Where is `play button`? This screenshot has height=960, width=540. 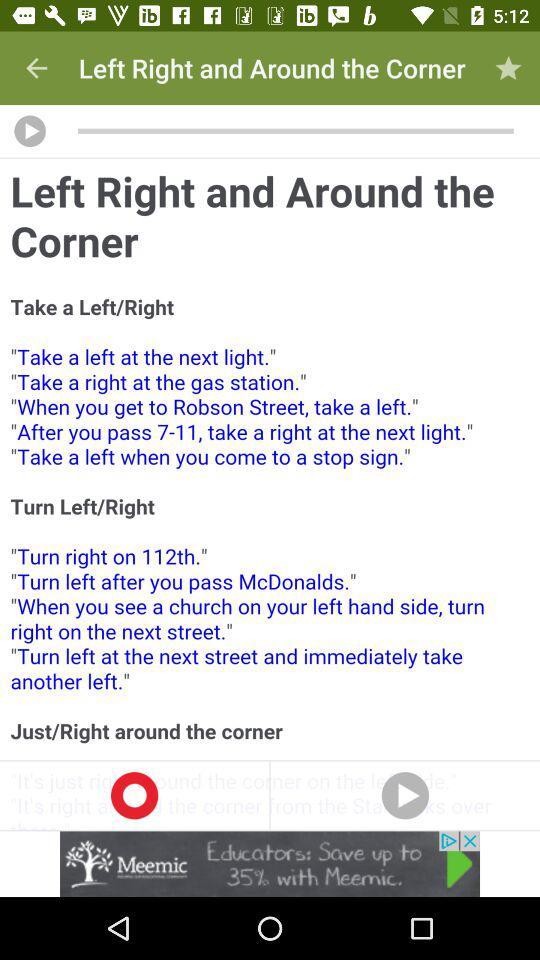
play button is located at coordinates (29, 130).